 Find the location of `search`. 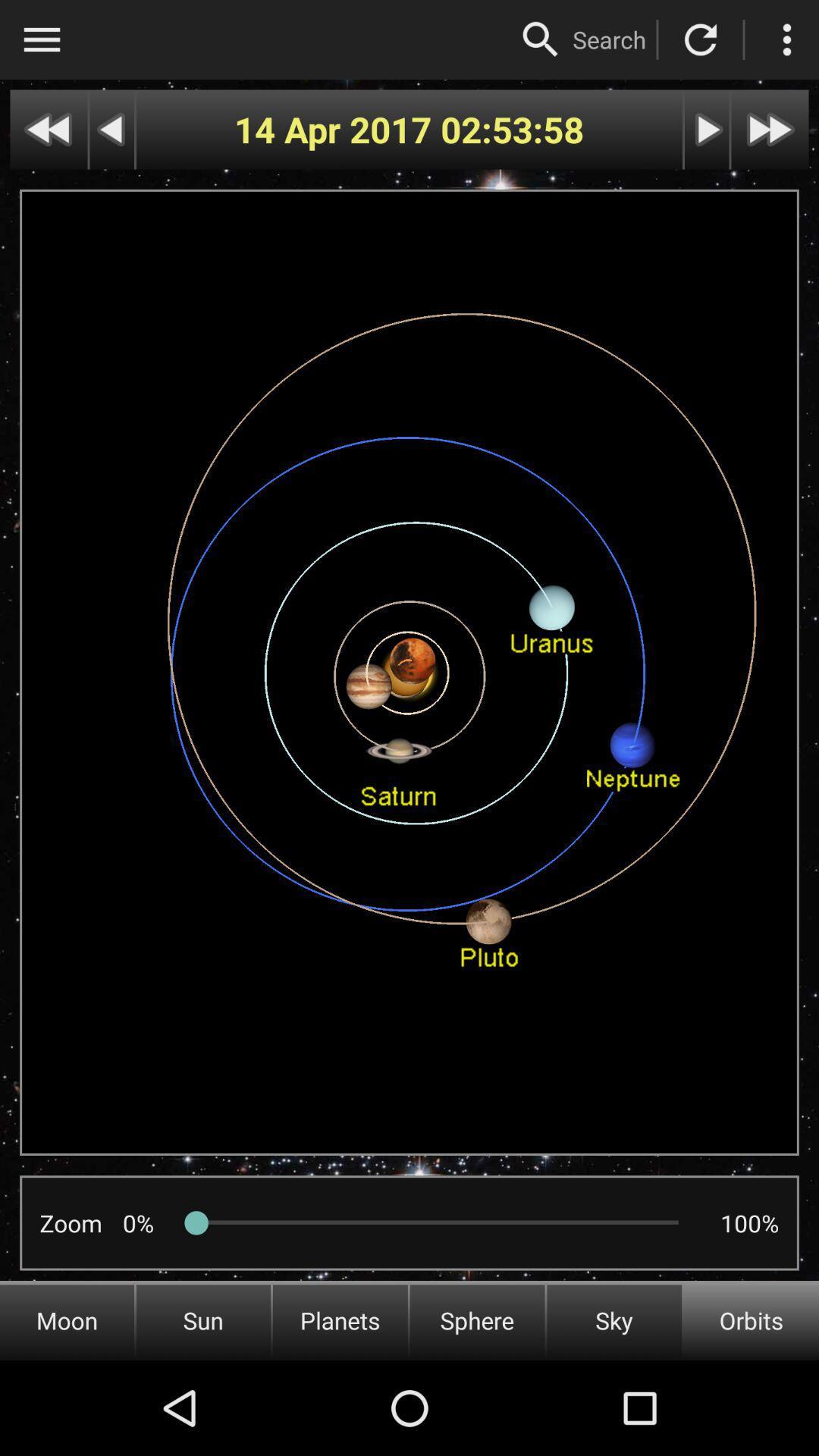

search is located at coordinates (540, 39).